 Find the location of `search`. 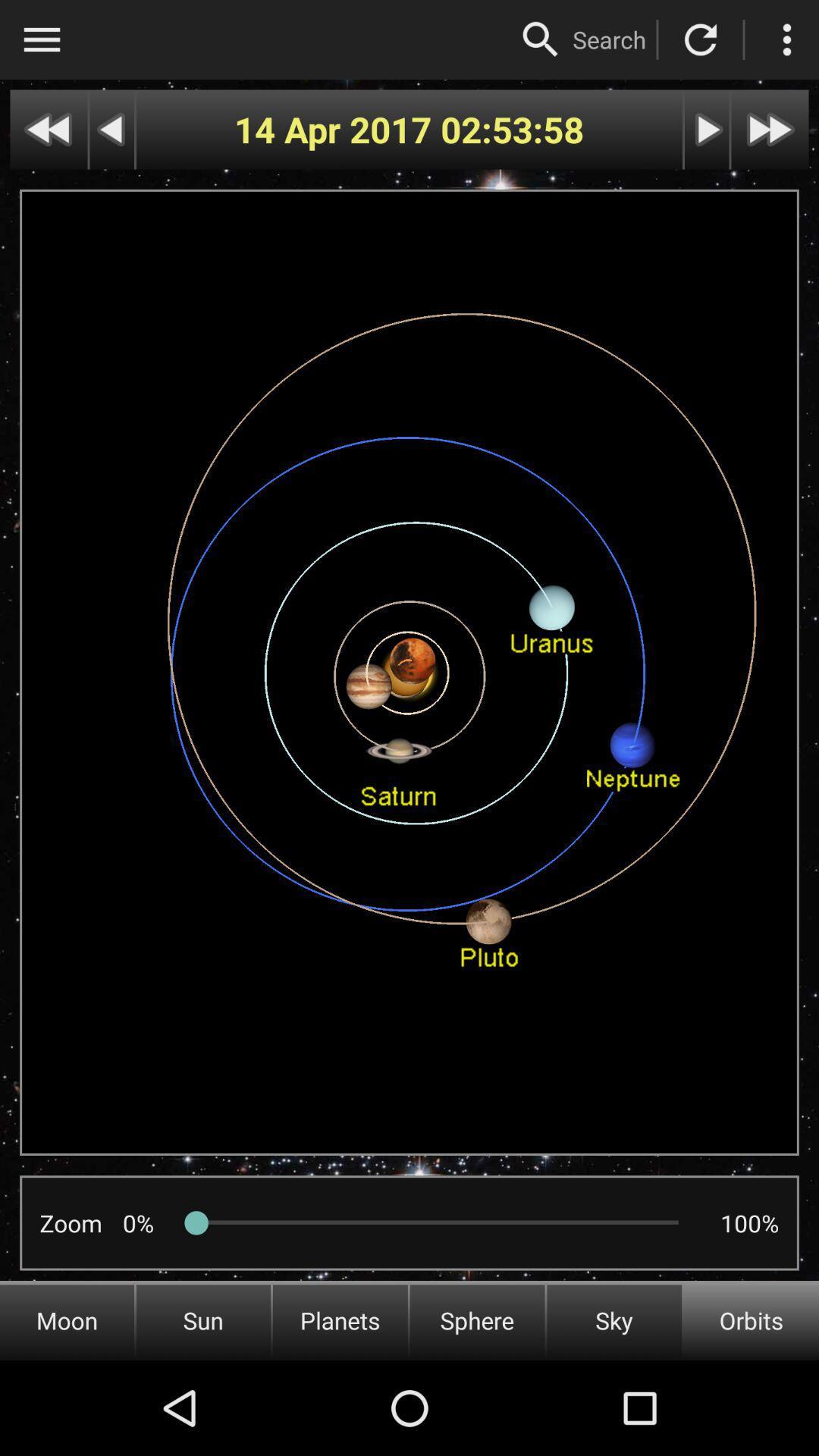

search is located at coordinates (540, 39).